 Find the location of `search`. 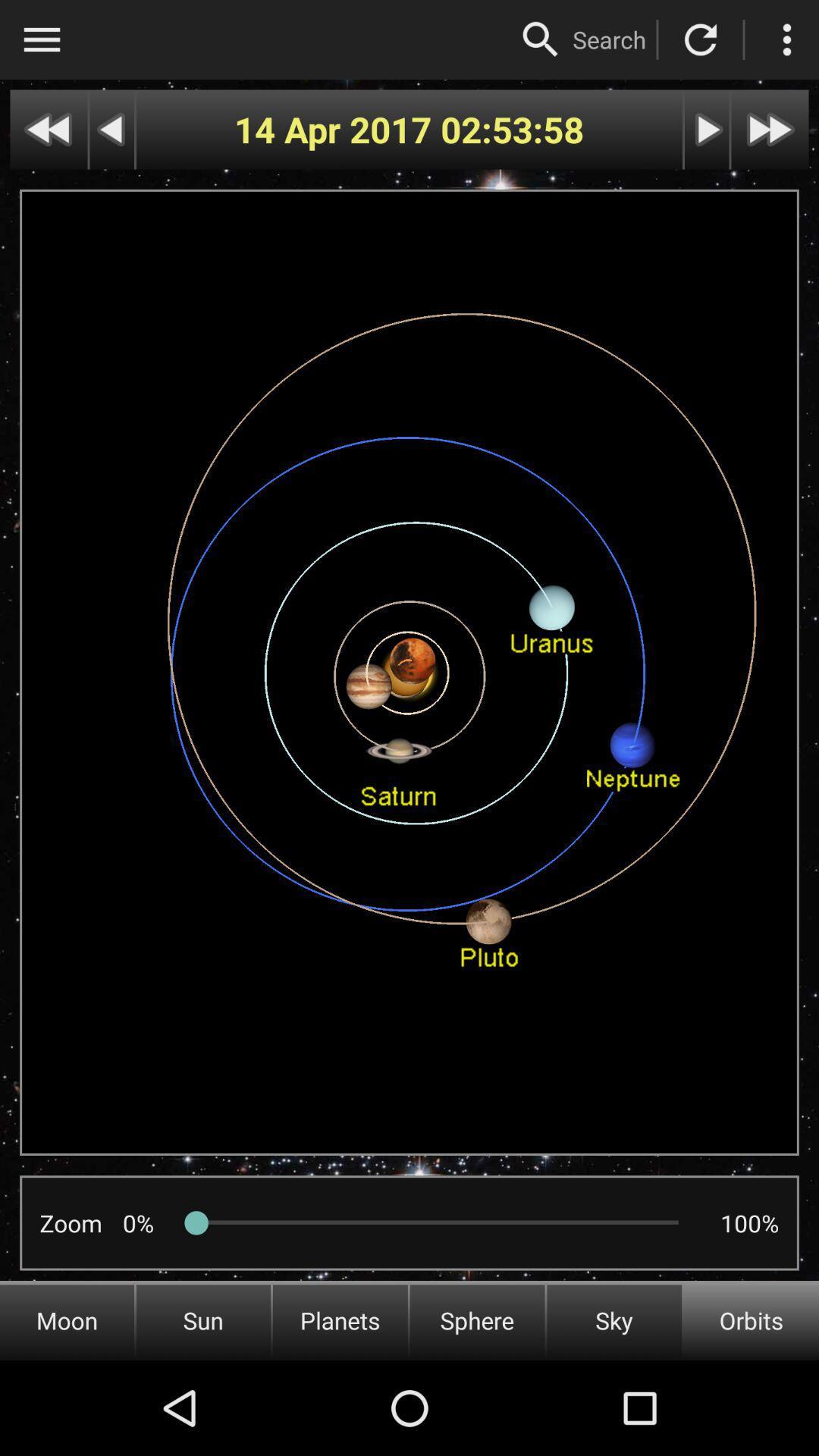

search is located at coordinates (540, 39).